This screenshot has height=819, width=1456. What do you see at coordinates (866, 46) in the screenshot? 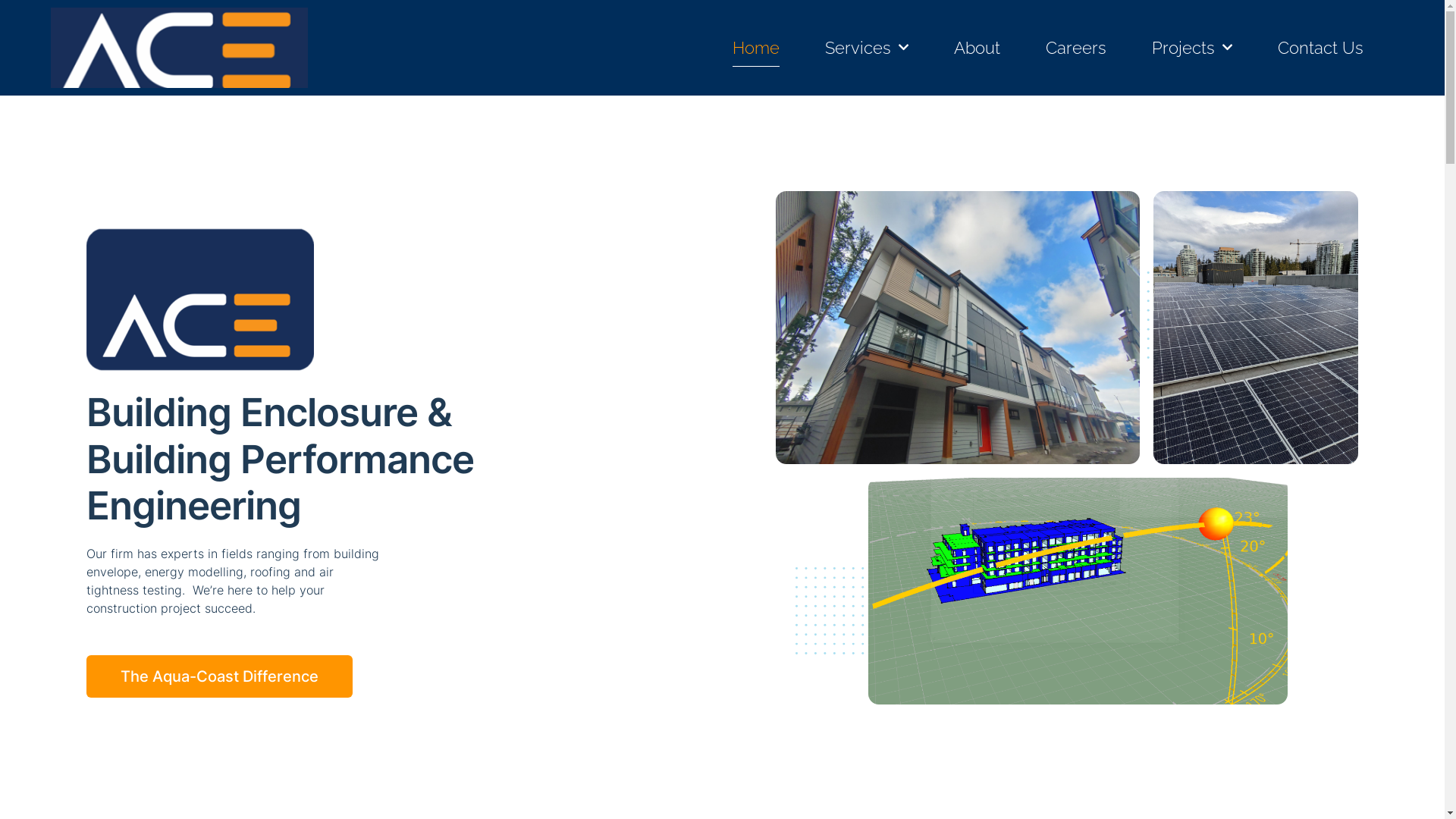
I see `'Services'` at bounding box center [866, 46].